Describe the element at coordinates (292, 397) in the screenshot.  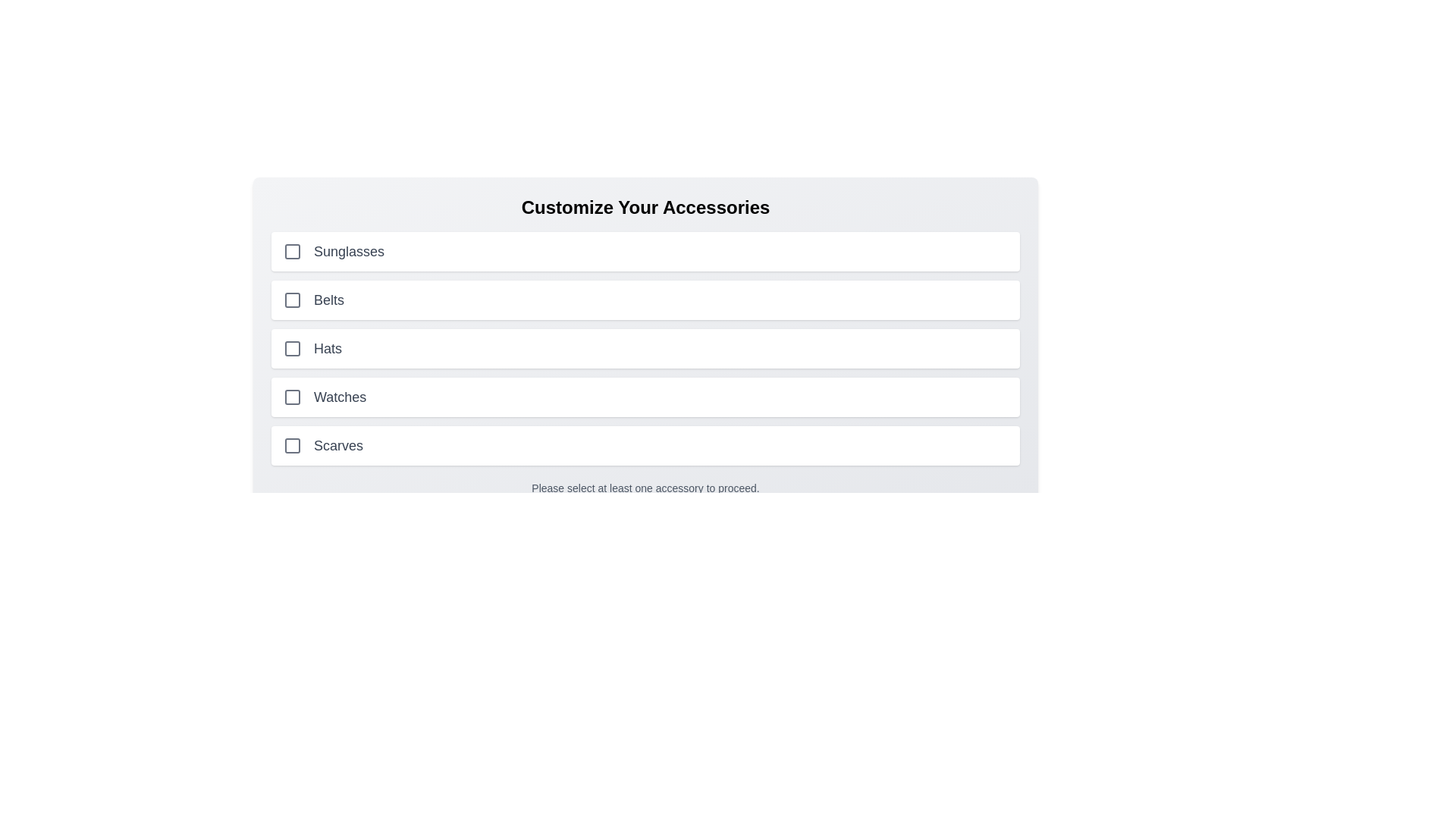
I see `the checkbox at the left end of the 'Watches' row` at that location.